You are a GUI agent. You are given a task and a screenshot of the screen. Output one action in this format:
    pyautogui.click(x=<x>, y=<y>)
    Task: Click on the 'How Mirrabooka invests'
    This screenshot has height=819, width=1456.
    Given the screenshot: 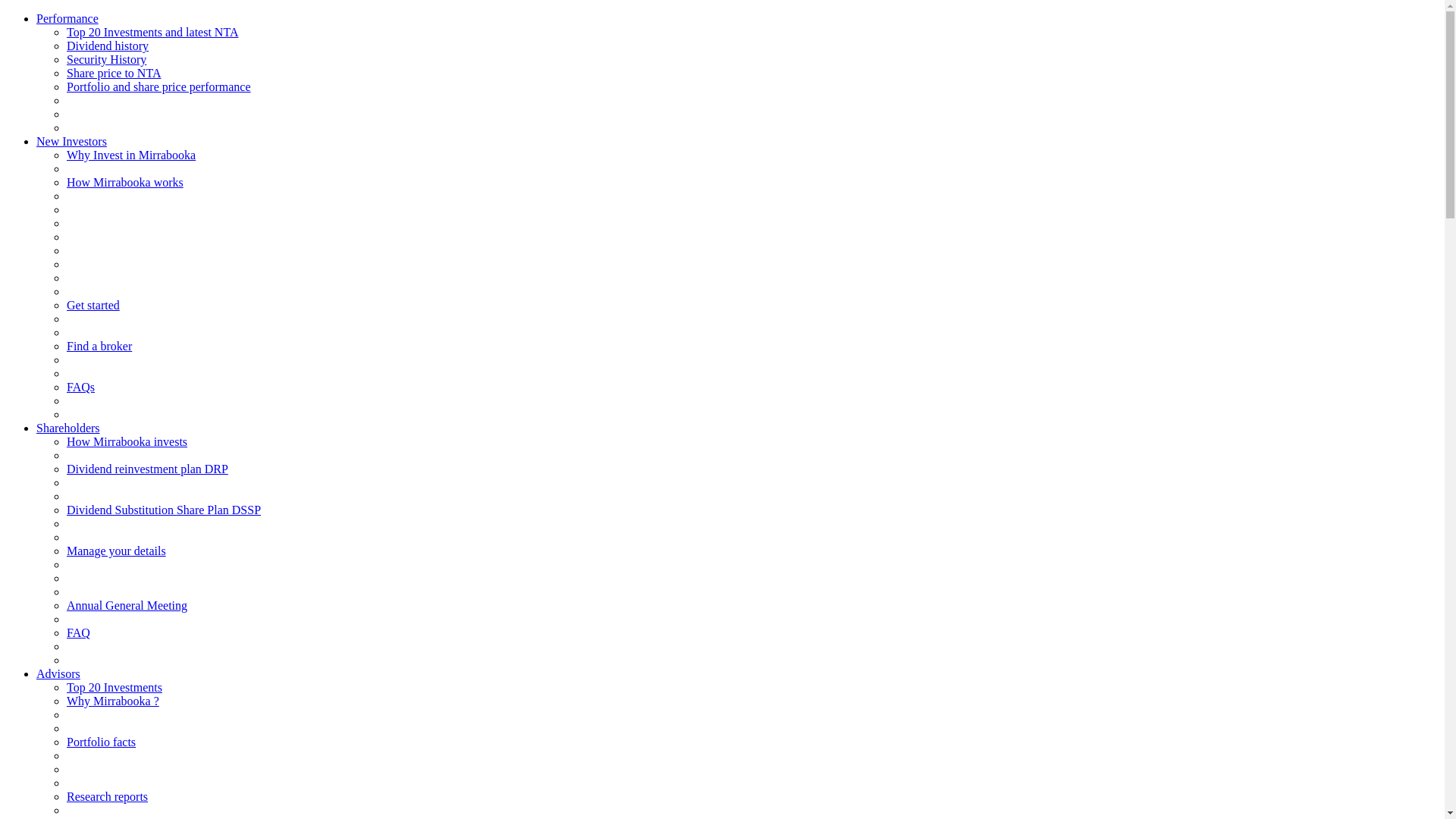 What is the action you would take?
    pyautogui.click(x=127, y=441)
    